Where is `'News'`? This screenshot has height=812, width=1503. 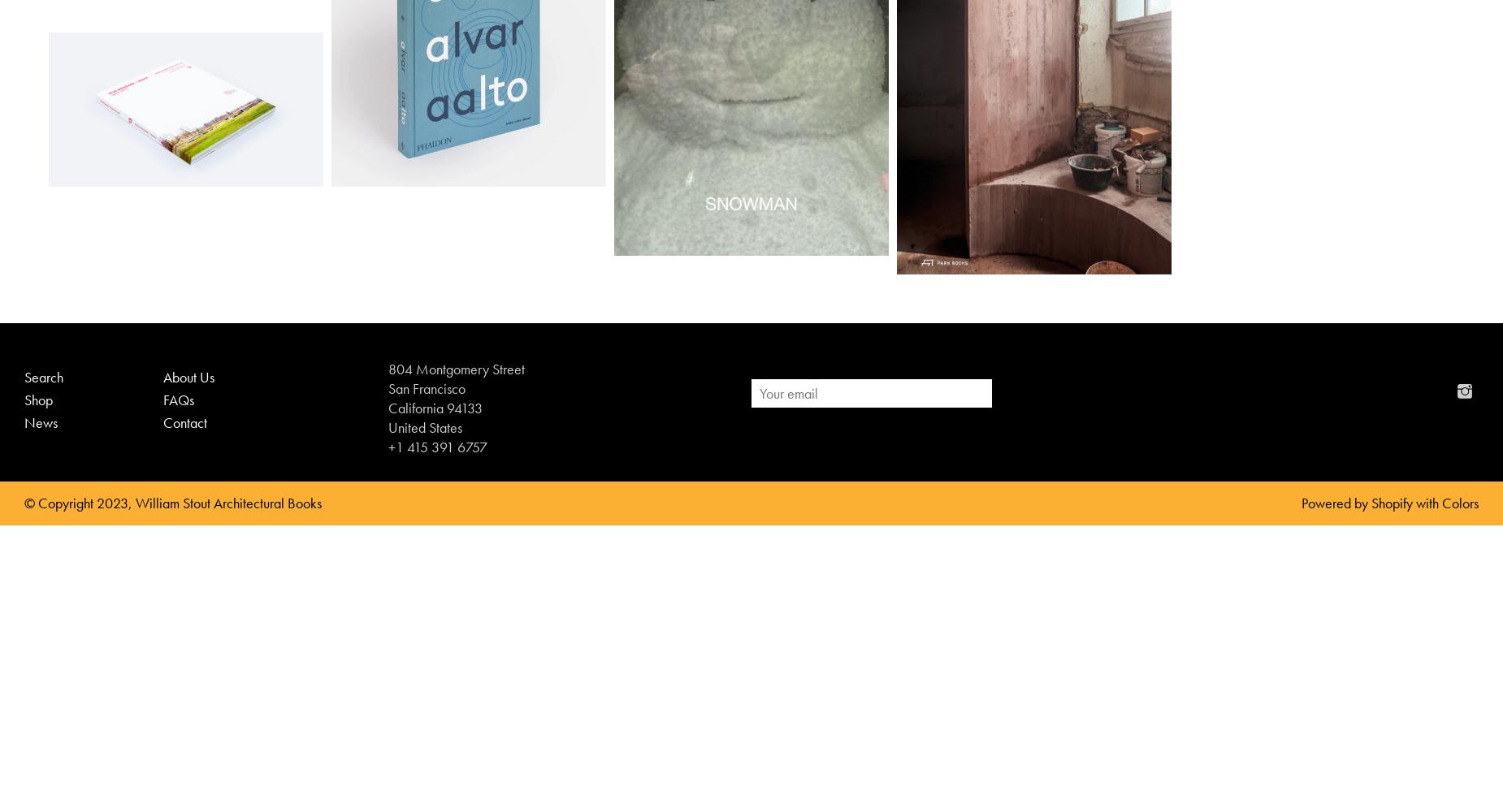 'News' is located at coordinates (23, 421).